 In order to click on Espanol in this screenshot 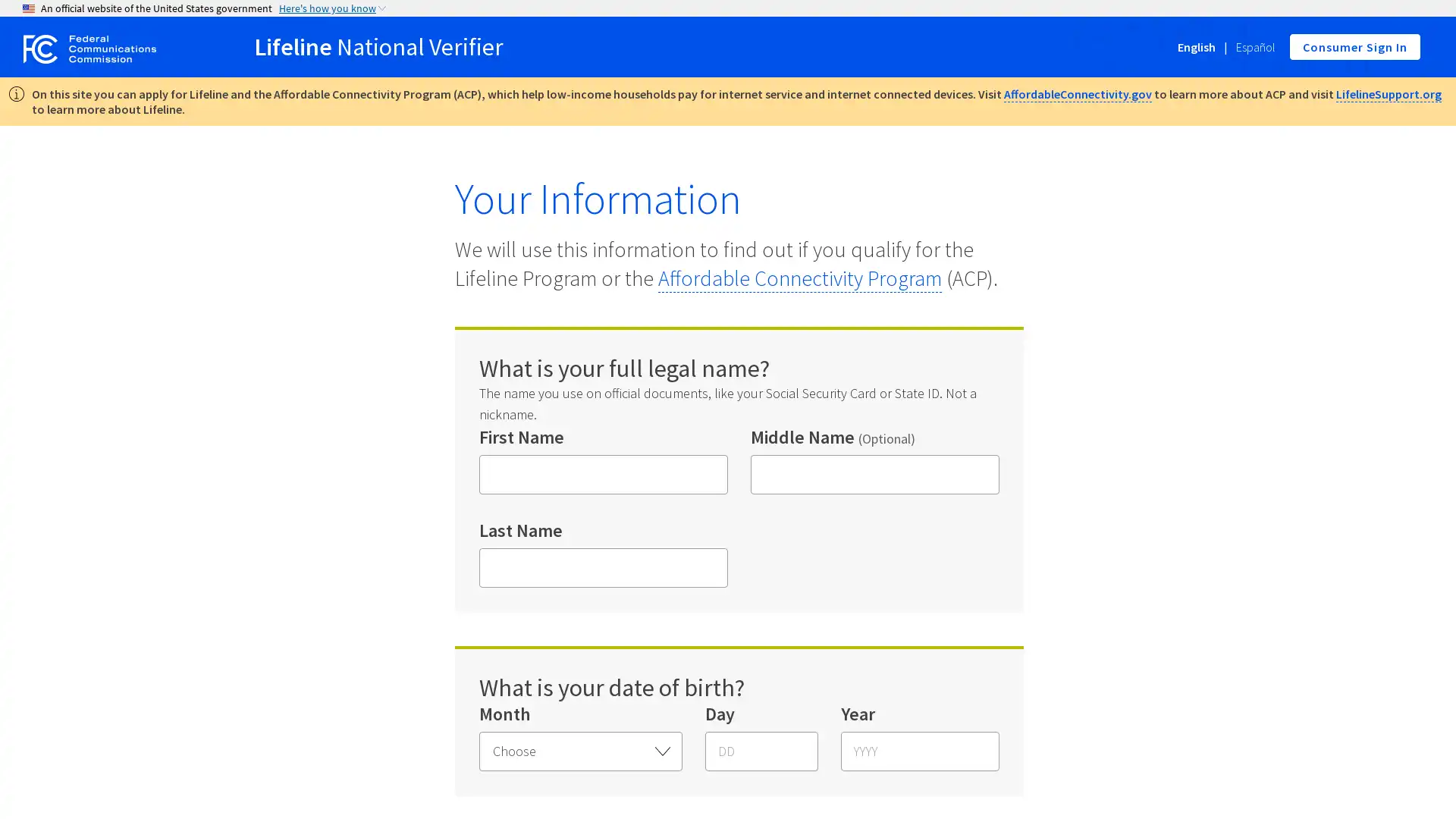, I will do `click(1256, 46)`.